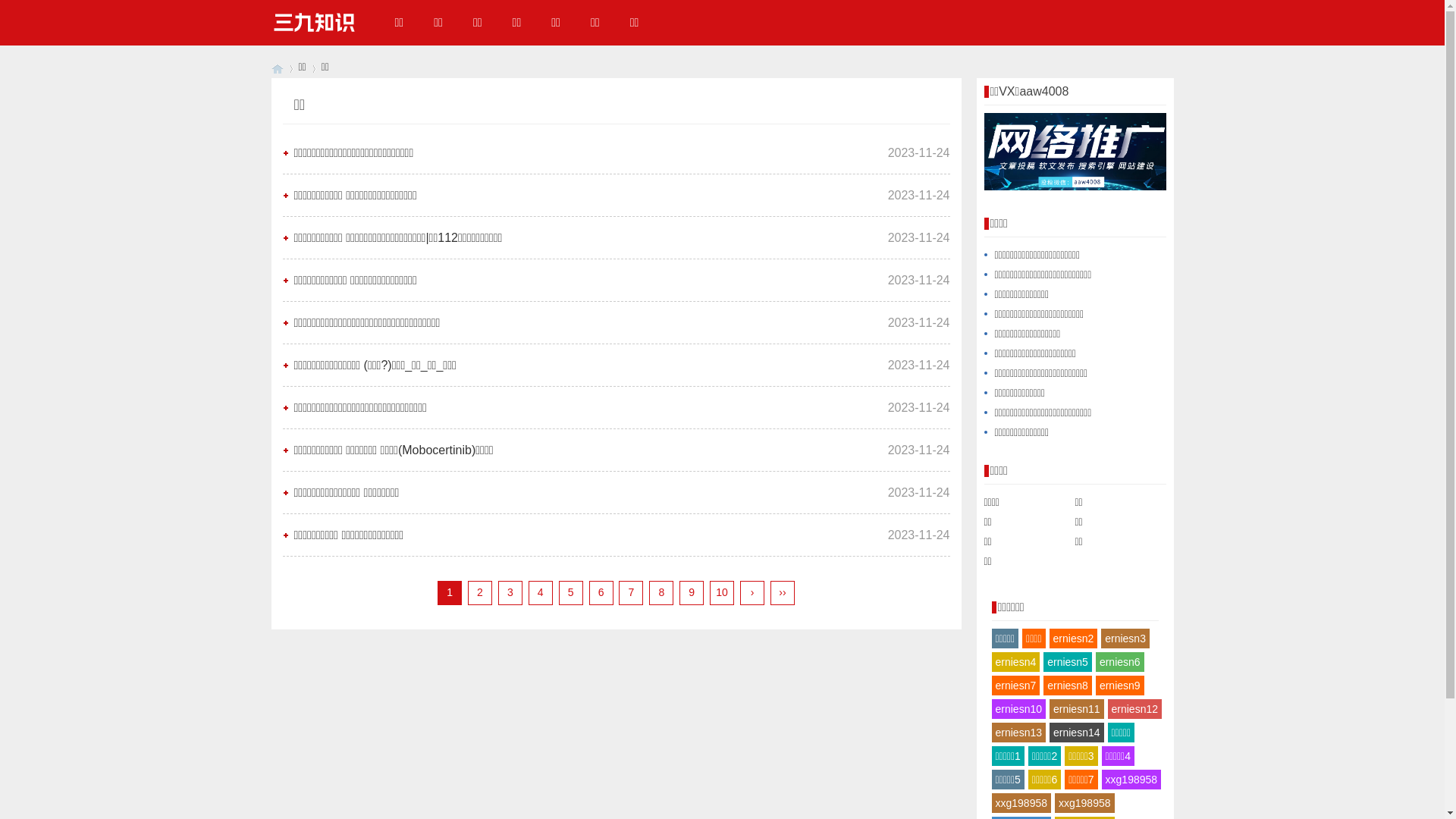 The height and width of the screenshot is (819, 1456). What do you see at coordinates (648, 592) in the screenshot?
I see `'8'` at bounding box center [648, 592].